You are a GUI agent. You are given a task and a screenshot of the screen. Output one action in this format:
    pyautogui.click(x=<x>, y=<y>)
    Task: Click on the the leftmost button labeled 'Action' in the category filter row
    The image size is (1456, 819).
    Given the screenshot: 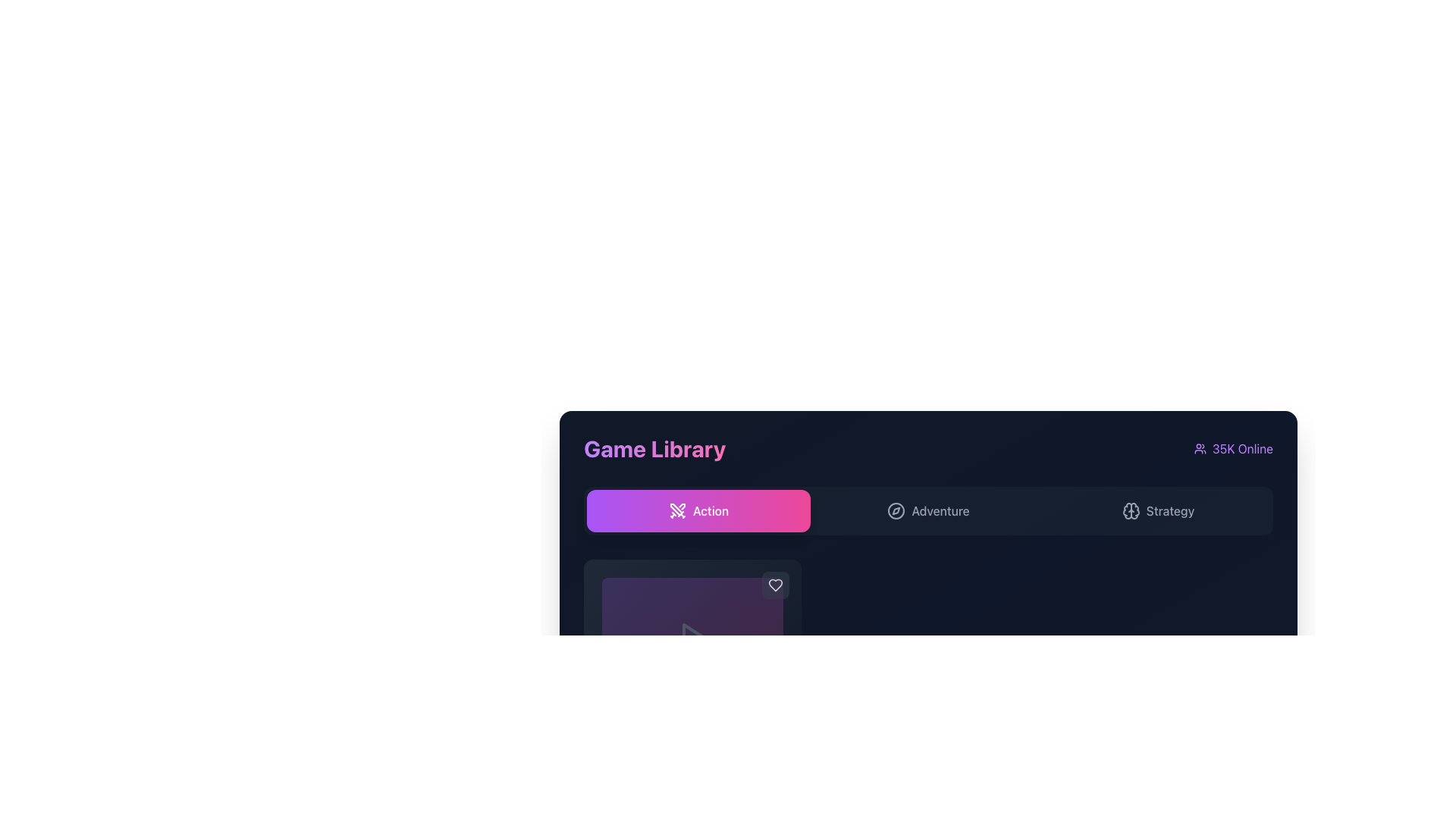 What is the action you would take?
    pyautogui.click(x=698, y=511)
    